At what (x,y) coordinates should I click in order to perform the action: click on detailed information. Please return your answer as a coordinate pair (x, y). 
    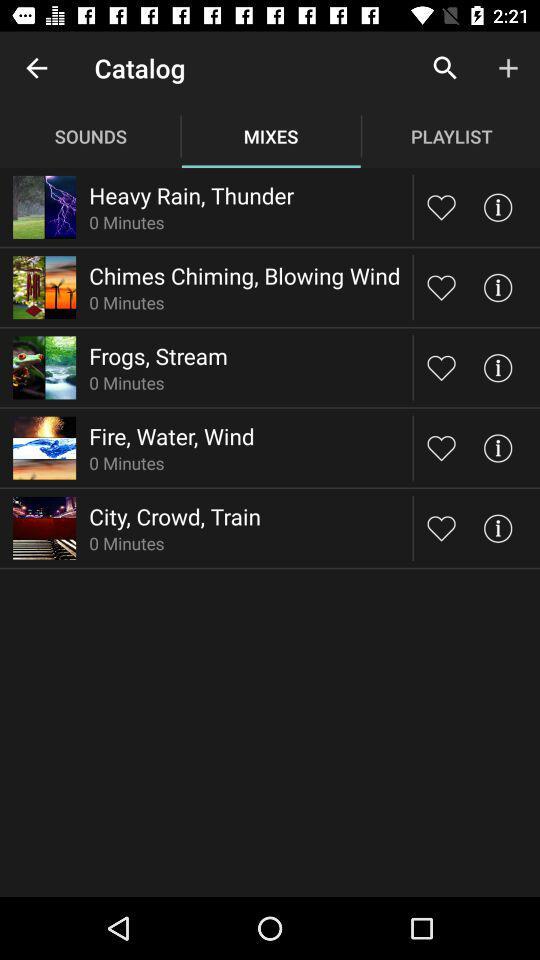
    Looking at the image, I should click on (496, 527).